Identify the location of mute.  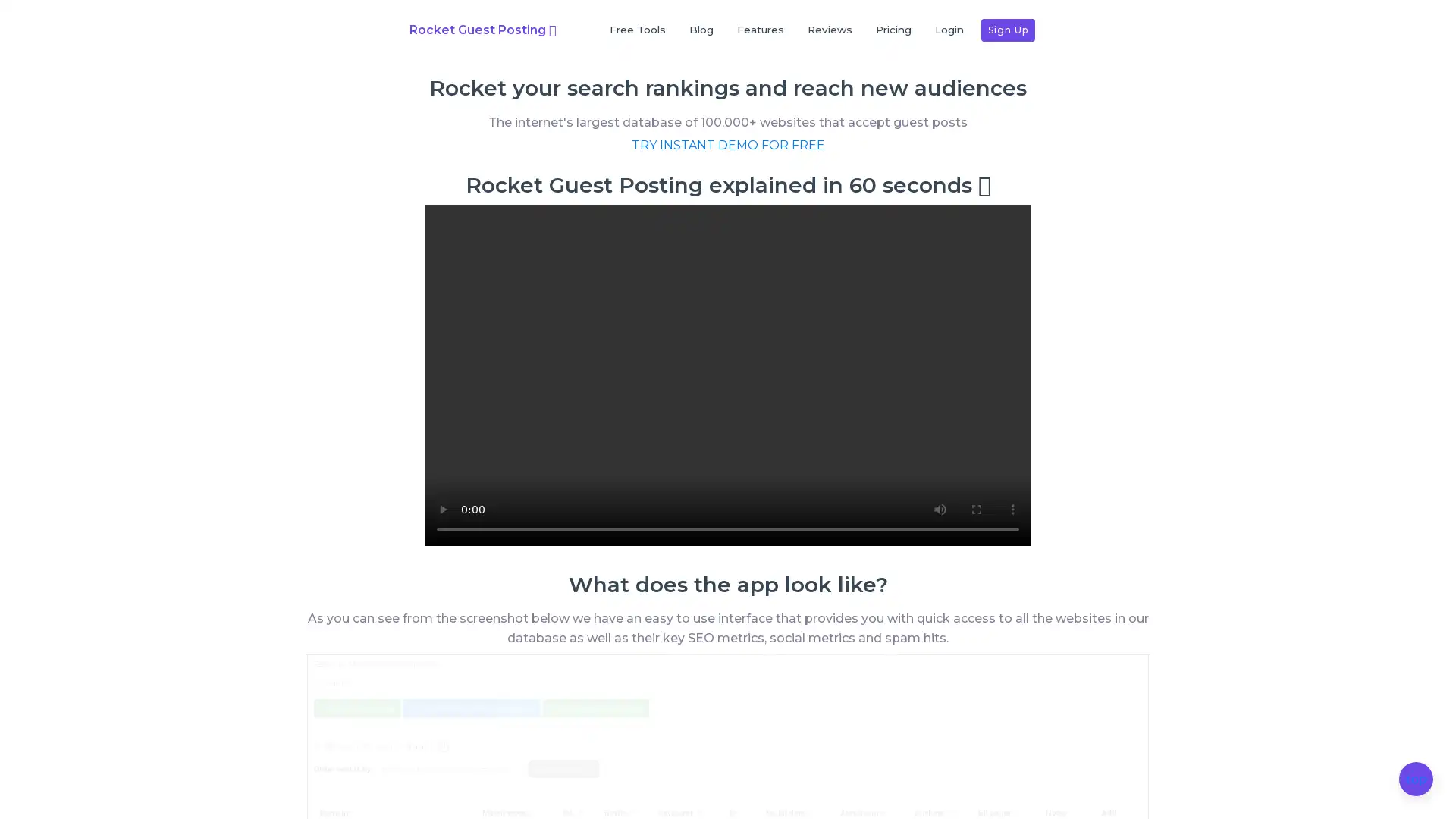
(939, 547).